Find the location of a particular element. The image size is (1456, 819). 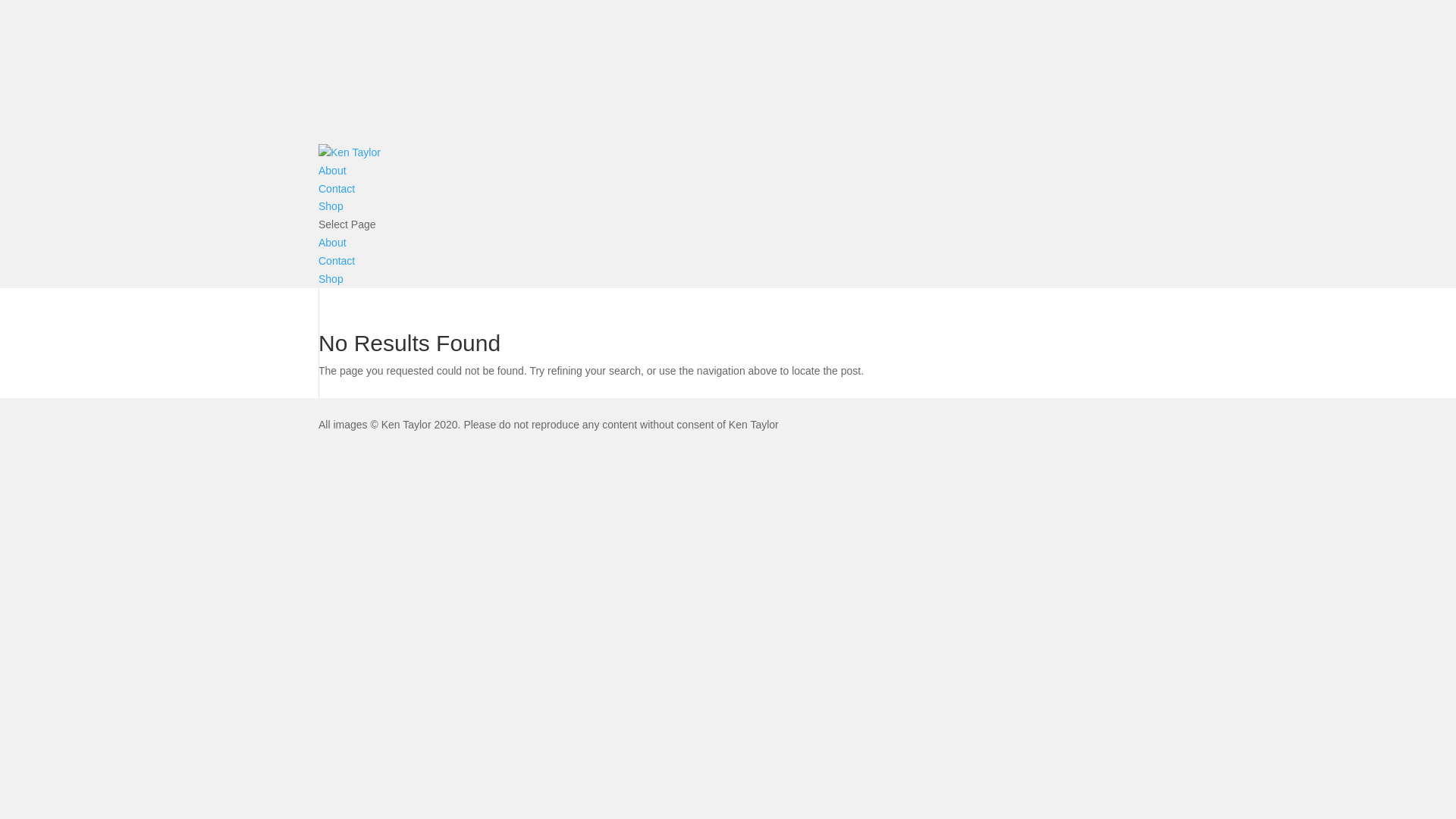

'Contact' is located at coordinates (336, 259).